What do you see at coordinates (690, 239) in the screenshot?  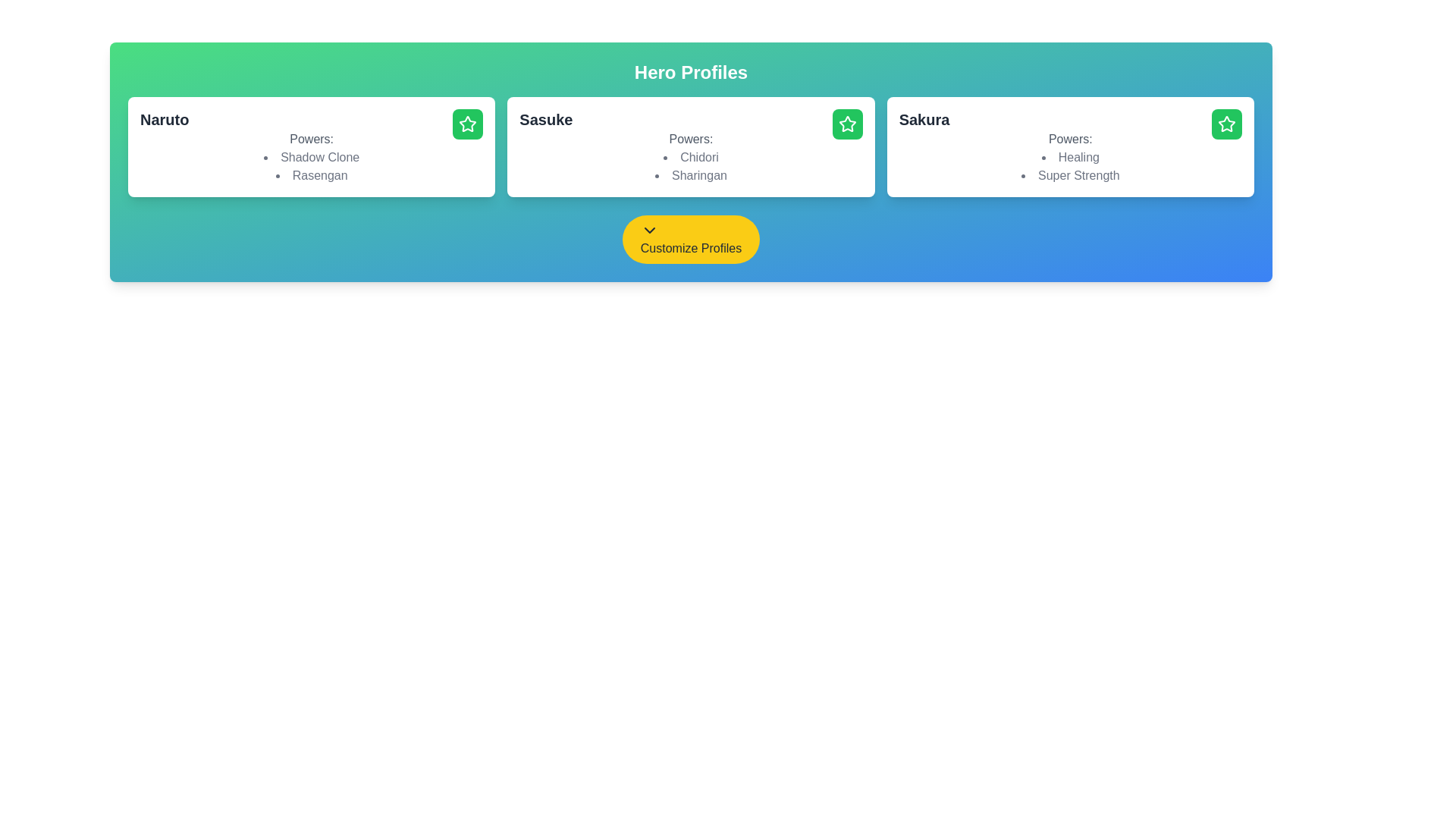 I see `the yellow rounded button labeled 'Customize Profiles'` at bounding box center [690, 239].